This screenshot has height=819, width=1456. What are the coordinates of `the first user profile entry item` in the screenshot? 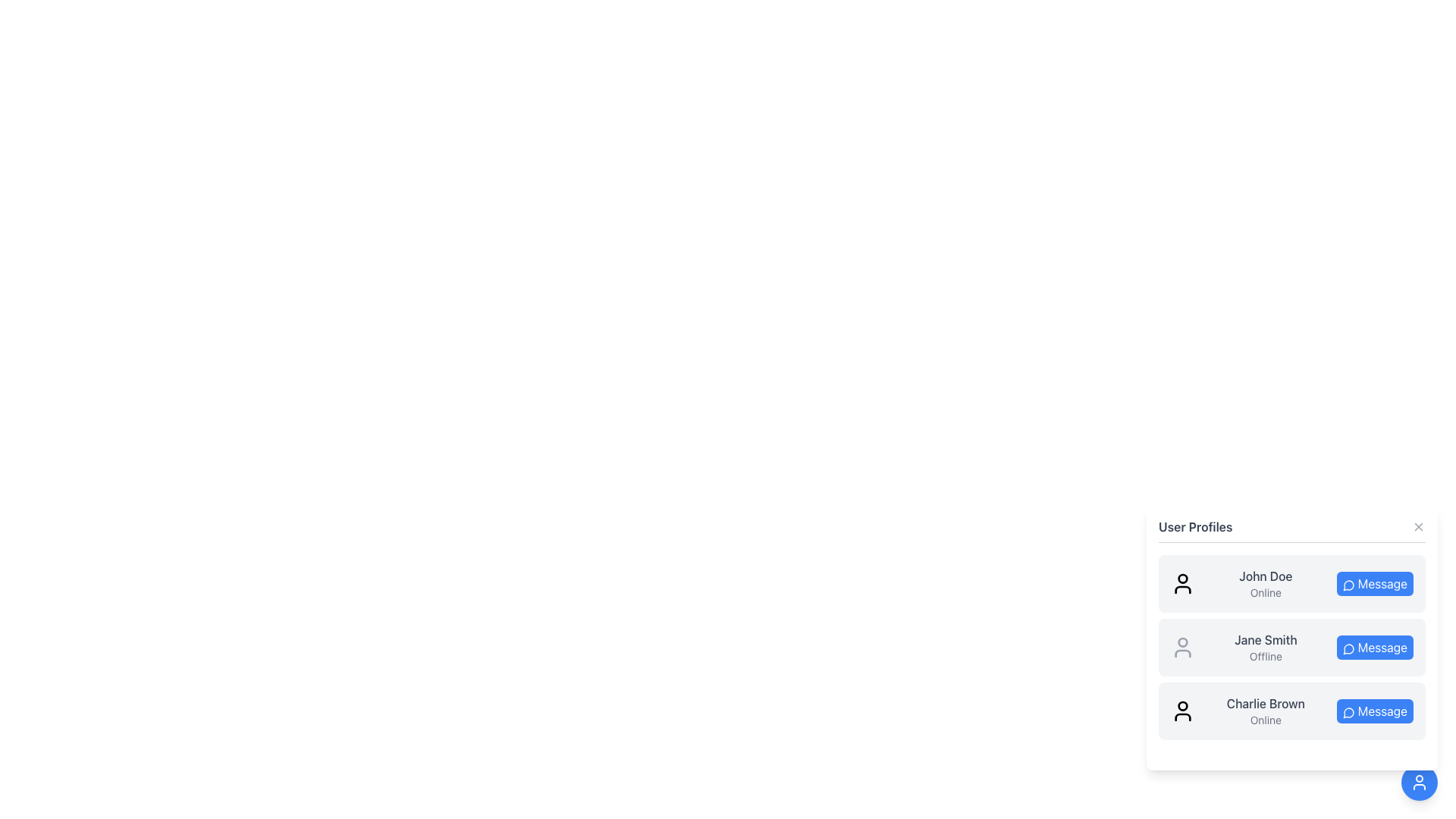 It's located at (1291, 583).